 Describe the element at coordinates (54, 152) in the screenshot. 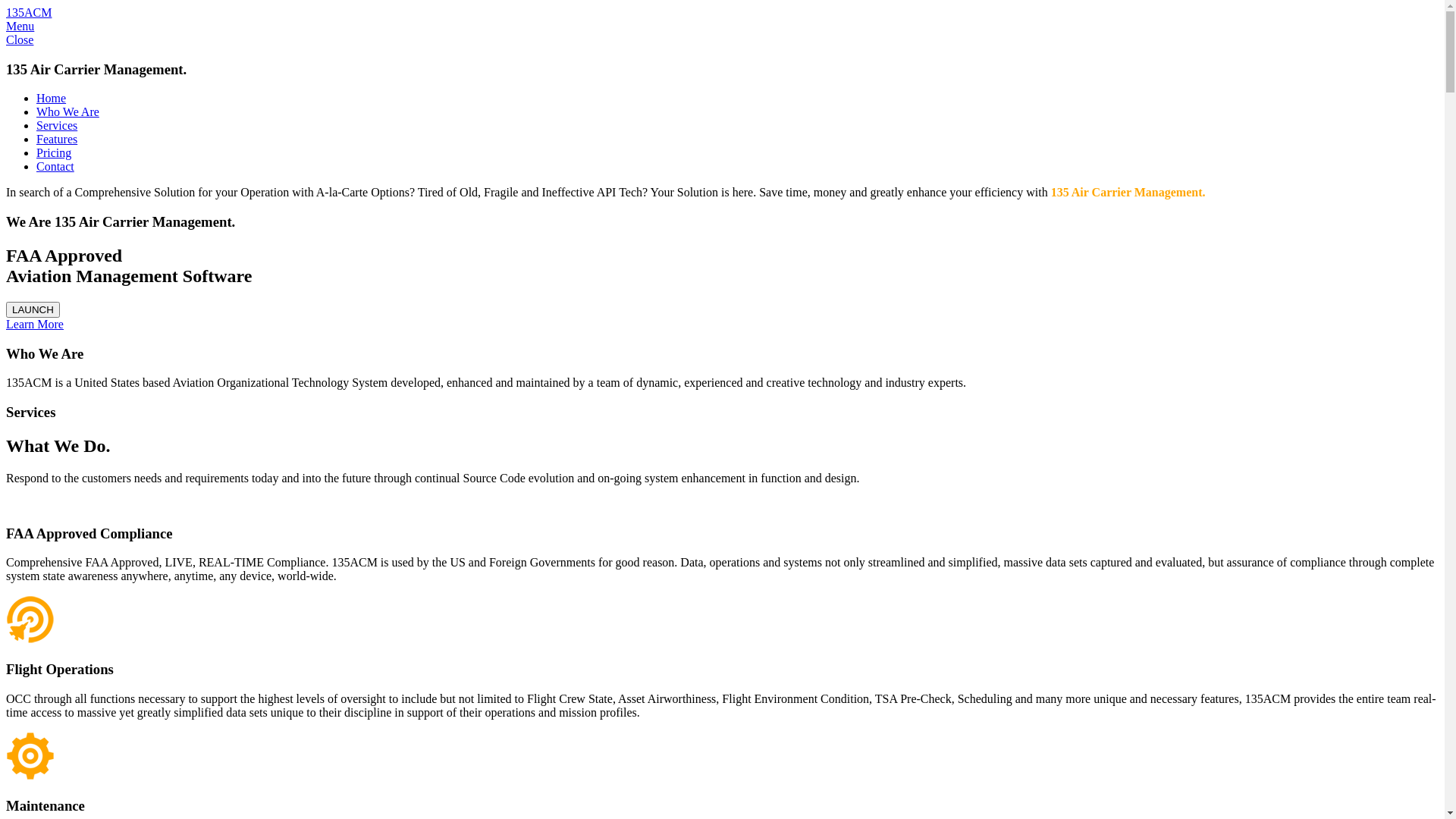

I see `'Pricing'` at that location.